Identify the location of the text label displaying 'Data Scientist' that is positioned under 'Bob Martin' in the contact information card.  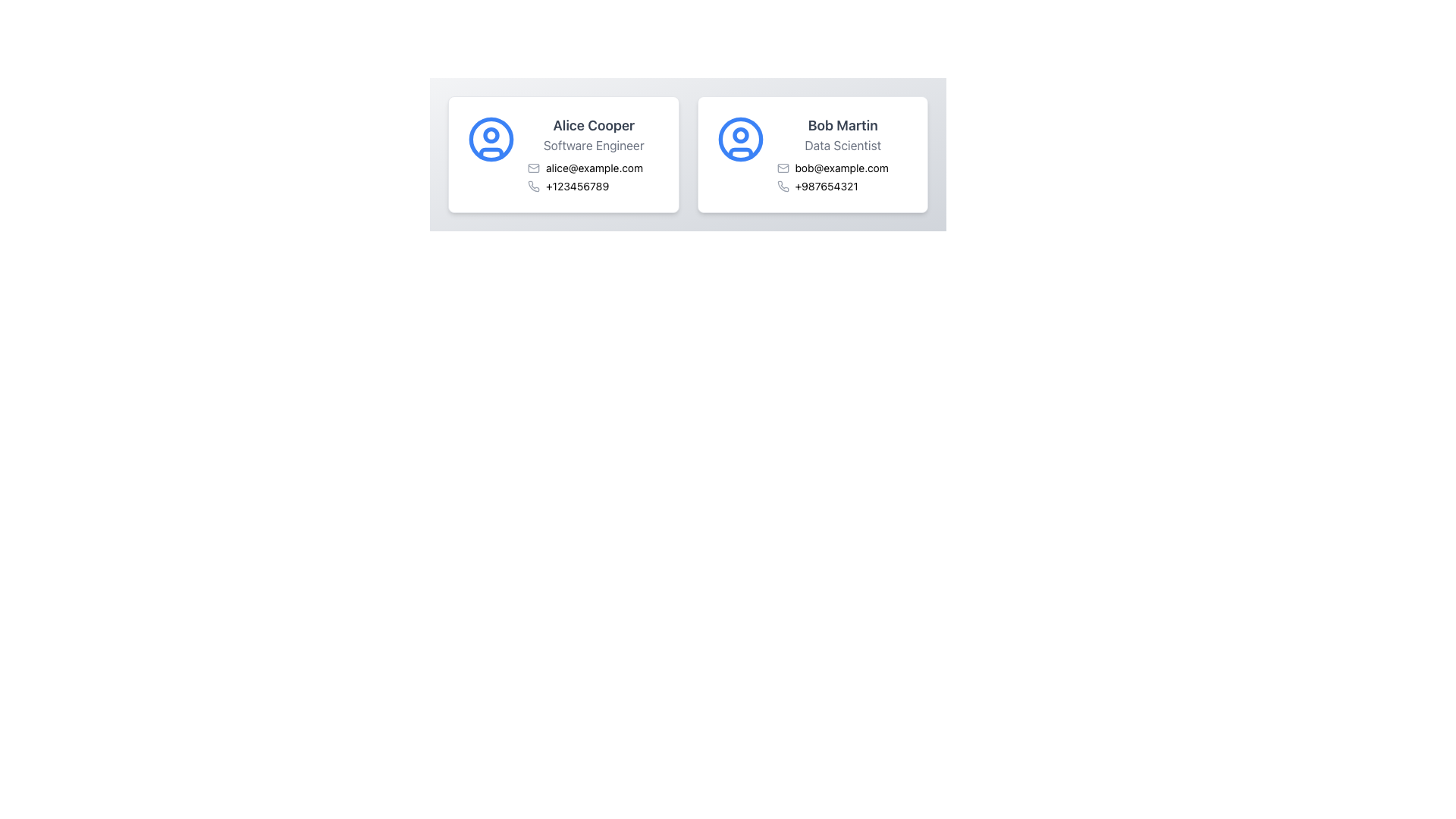
(842, 146).